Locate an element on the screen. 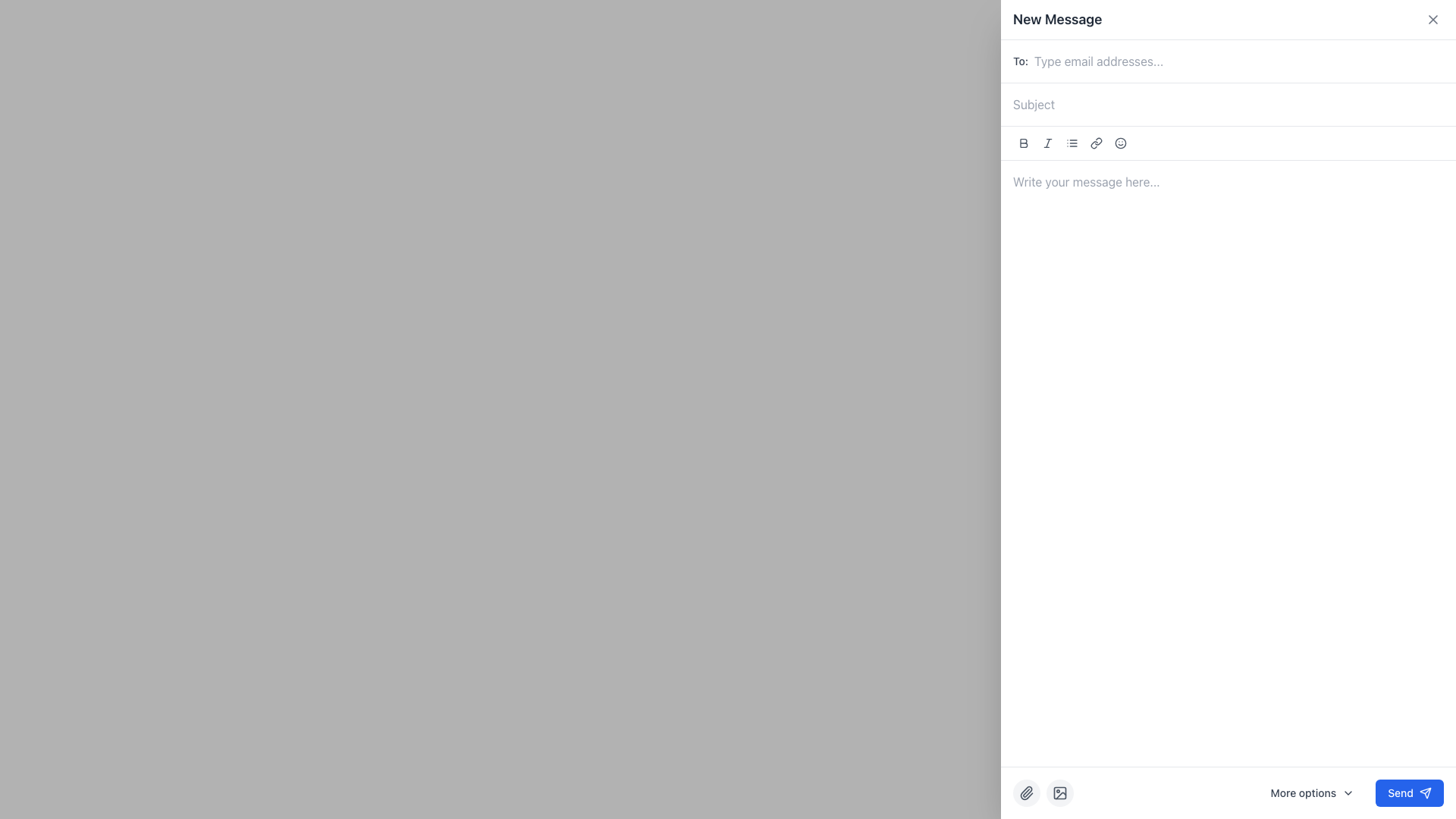 The width and height of the screenshot is (1456, 819). the circular button with a smiley face icon located on the right side of the toolbar is located at coordinates (1121, 143).